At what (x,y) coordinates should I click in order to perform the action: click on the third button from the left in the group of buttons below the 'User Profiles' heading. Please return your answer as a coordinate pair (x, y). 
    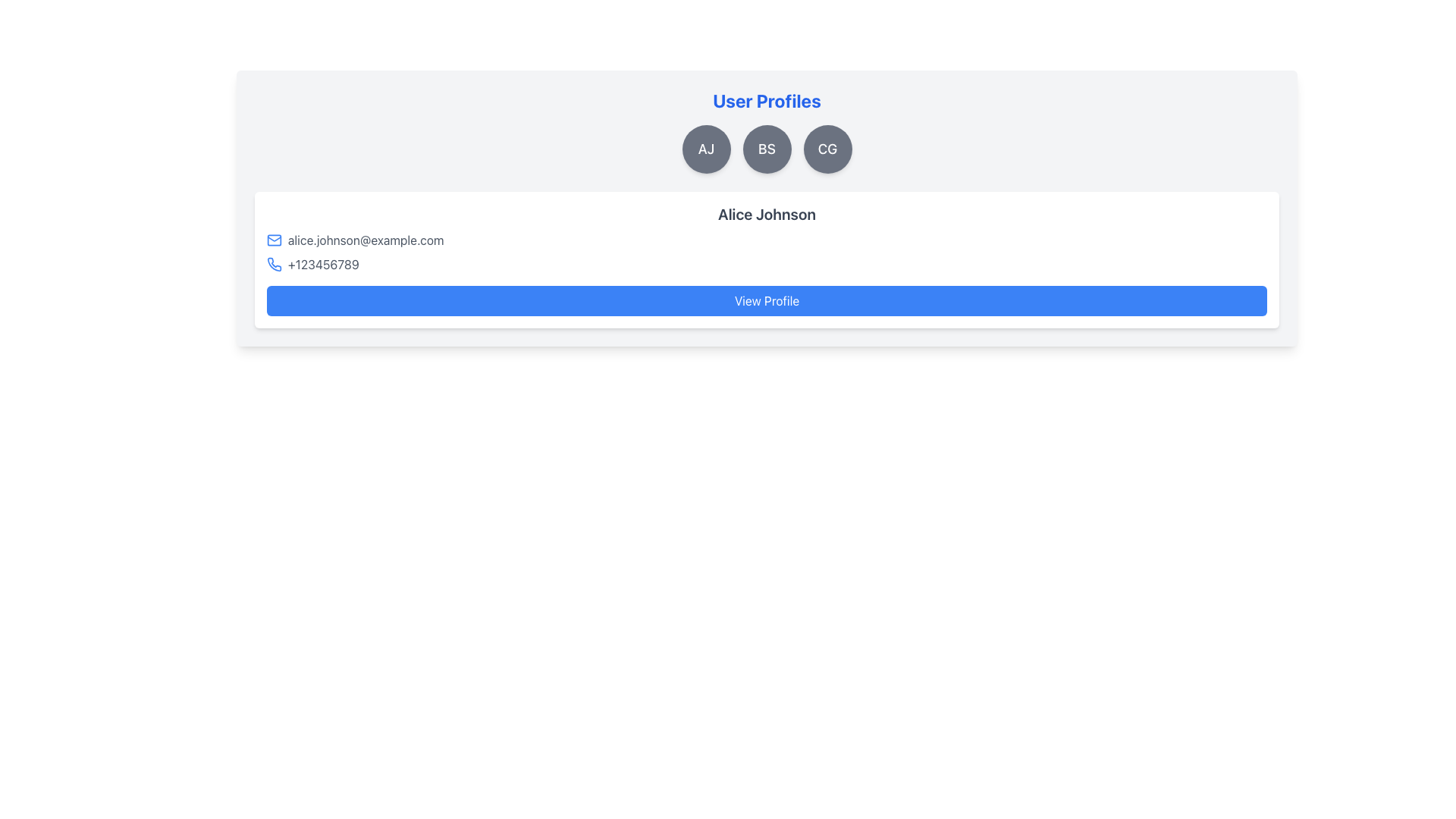
    Looking at the image, I should click on (827, 149).